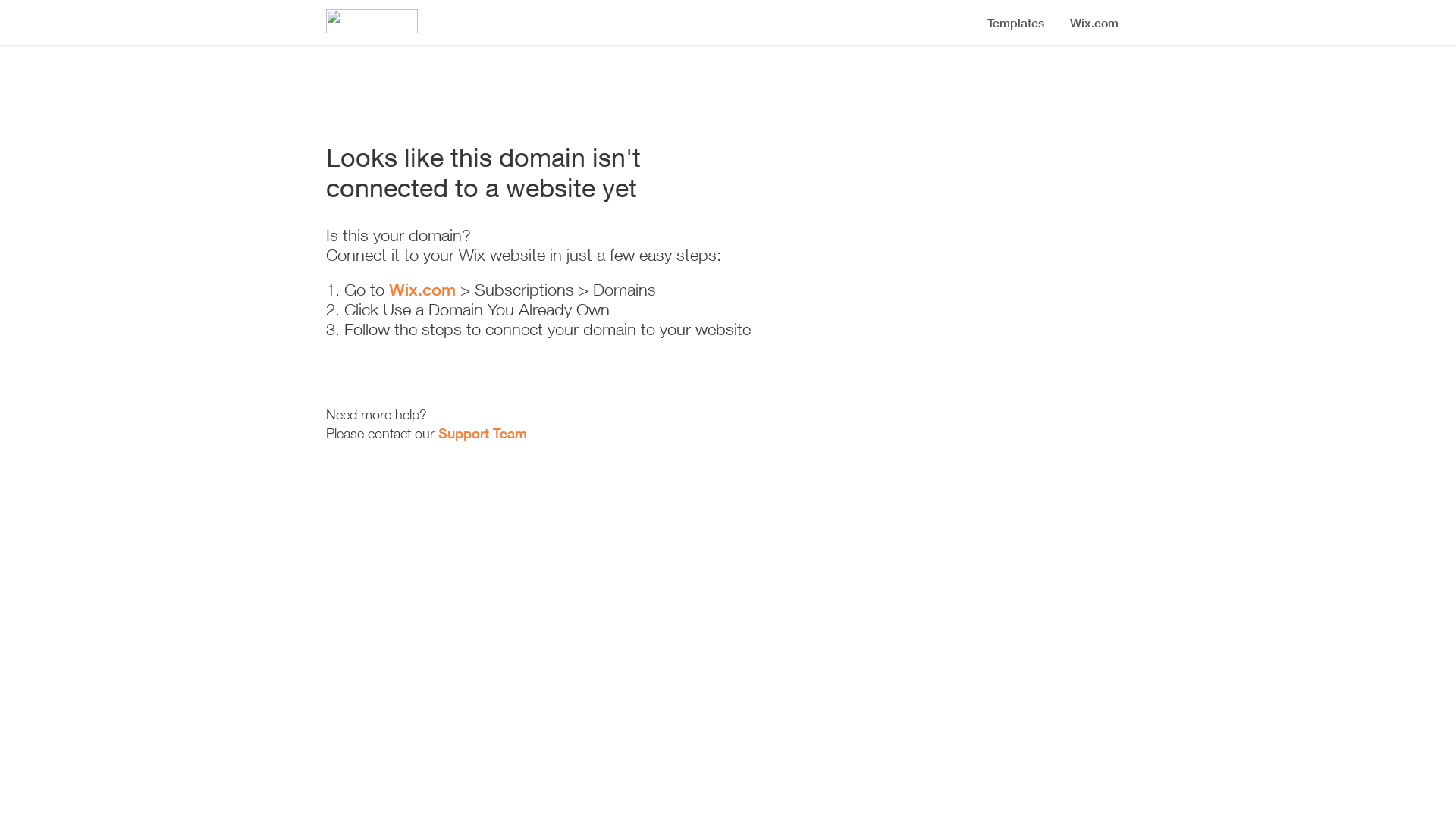  What do you see at coordinates (422, 289) in the screenshot?
I see `'Wix.com'` at bounding box center [422, 289].